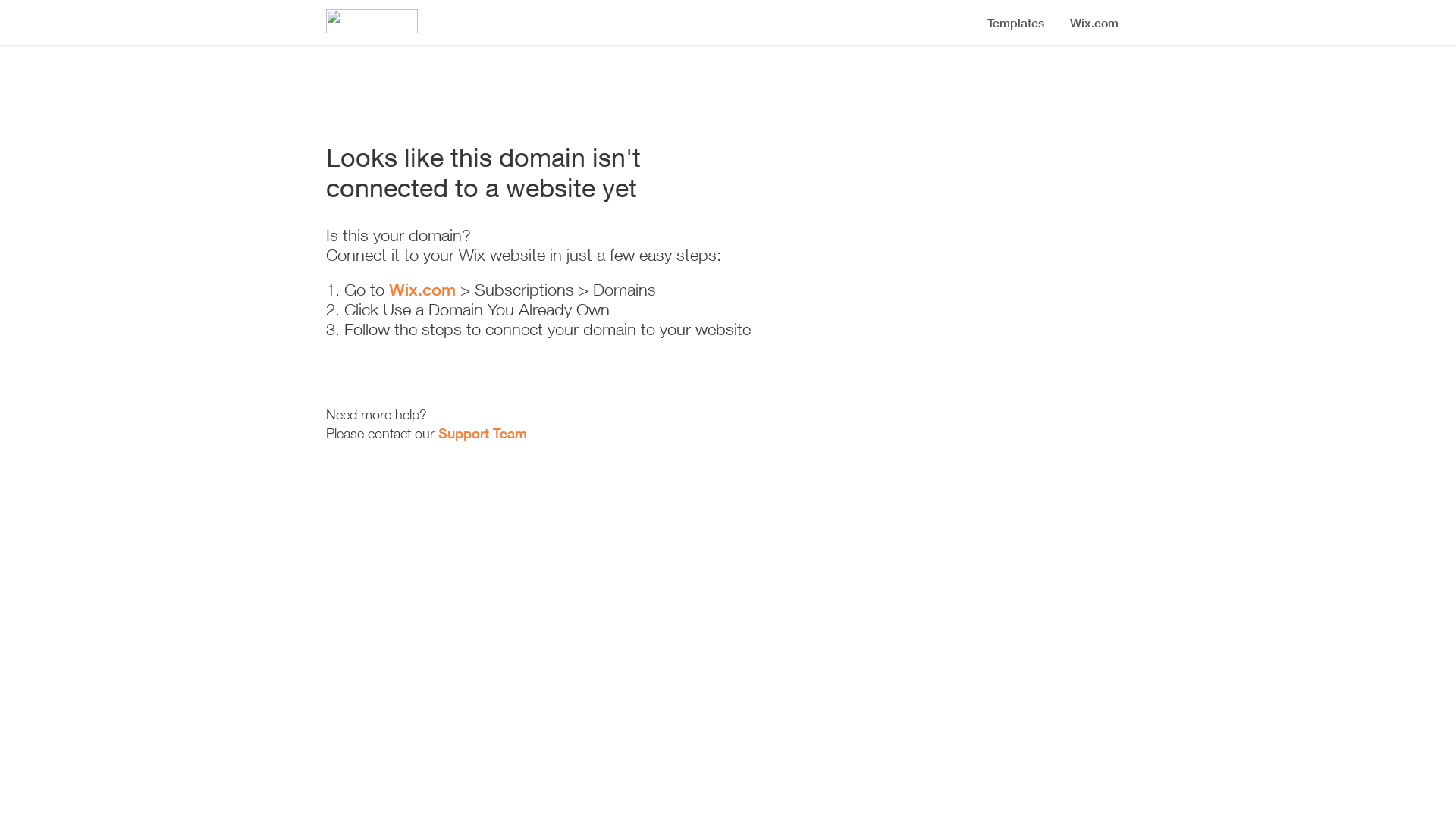  What do you see at coordinates (422, 289) in the screenshot?
I see `'Wix.com'` at bounding box center [422, 289].